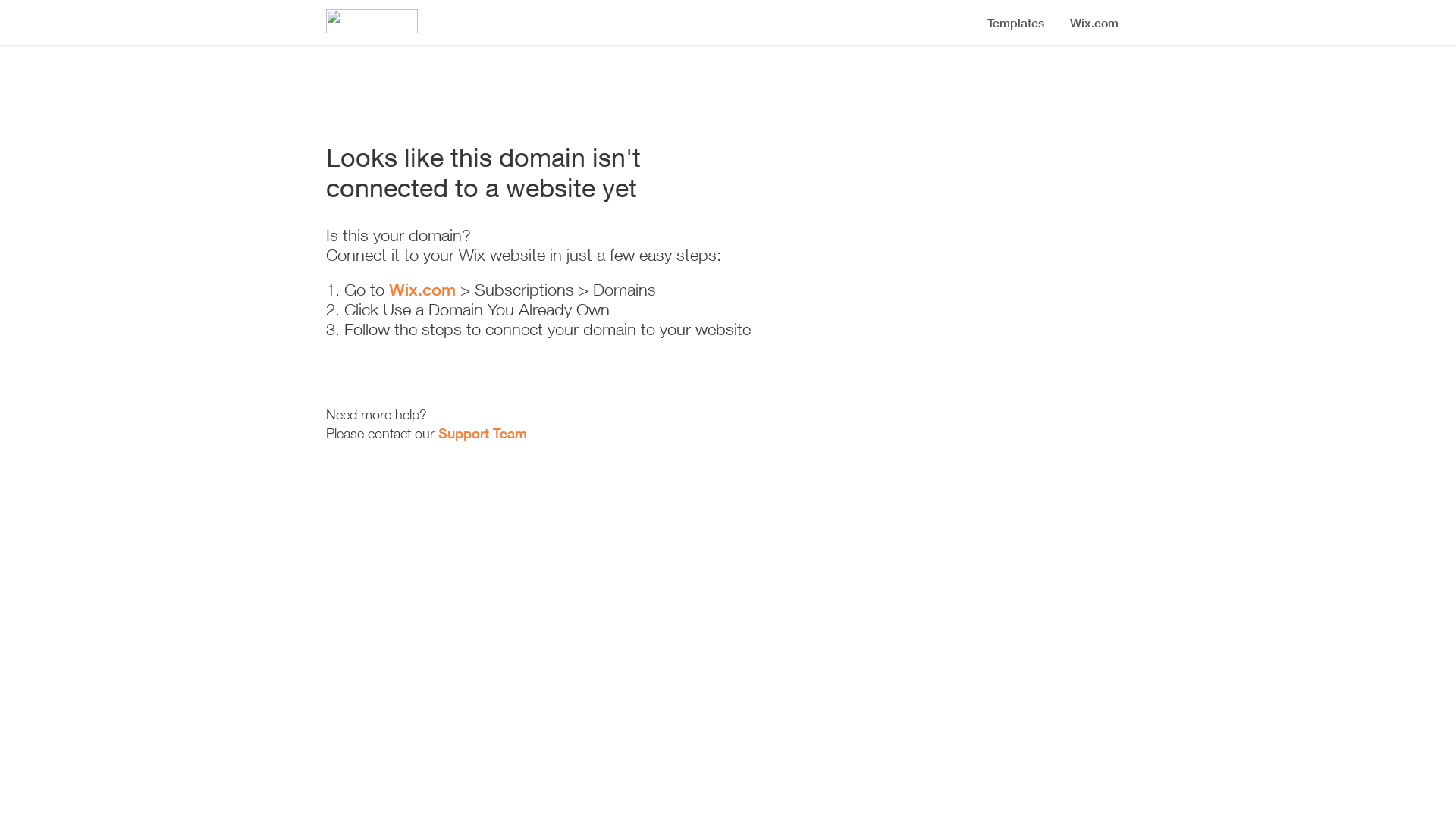  What do you see at coordinates (422, 289) in the screenshot?
I see `'Wix.com'` at bounding box center [422, 289].